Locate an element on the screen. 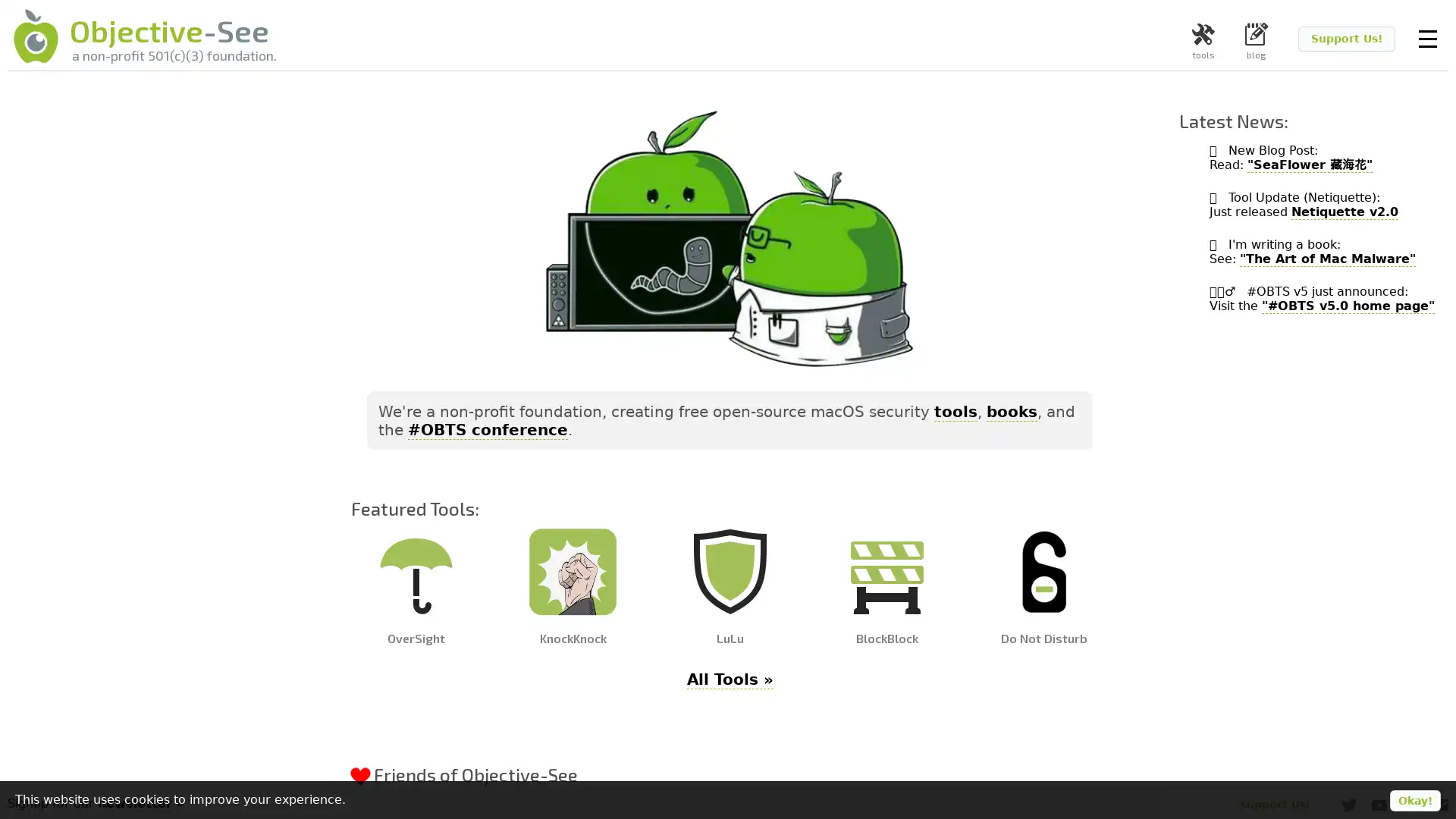 This screenshot has width=1456, height=819. Okay! is located at coordinates (1414, 800).